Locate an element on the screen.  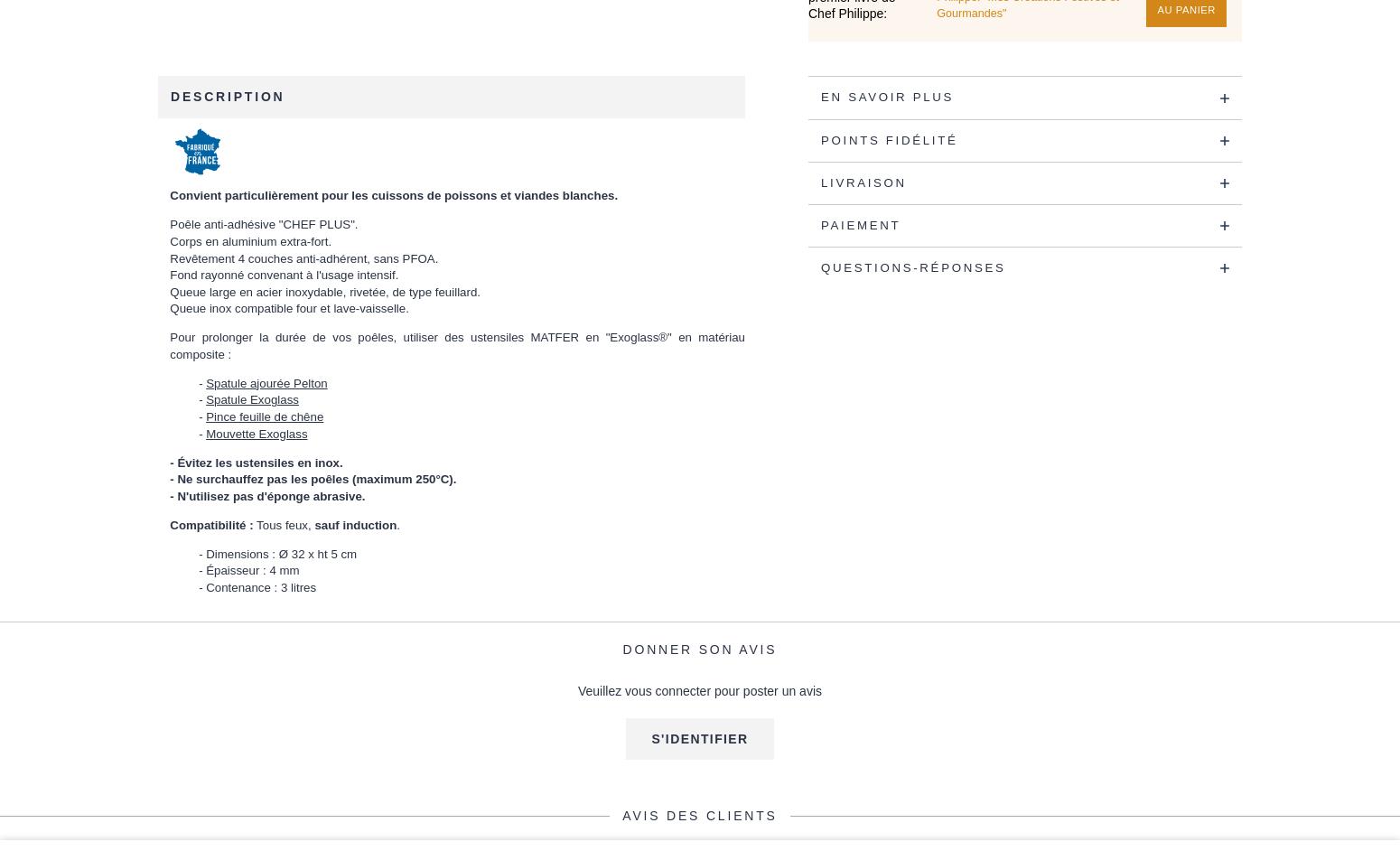
'Questions-Réponses' is located at coordinates (913, 267).